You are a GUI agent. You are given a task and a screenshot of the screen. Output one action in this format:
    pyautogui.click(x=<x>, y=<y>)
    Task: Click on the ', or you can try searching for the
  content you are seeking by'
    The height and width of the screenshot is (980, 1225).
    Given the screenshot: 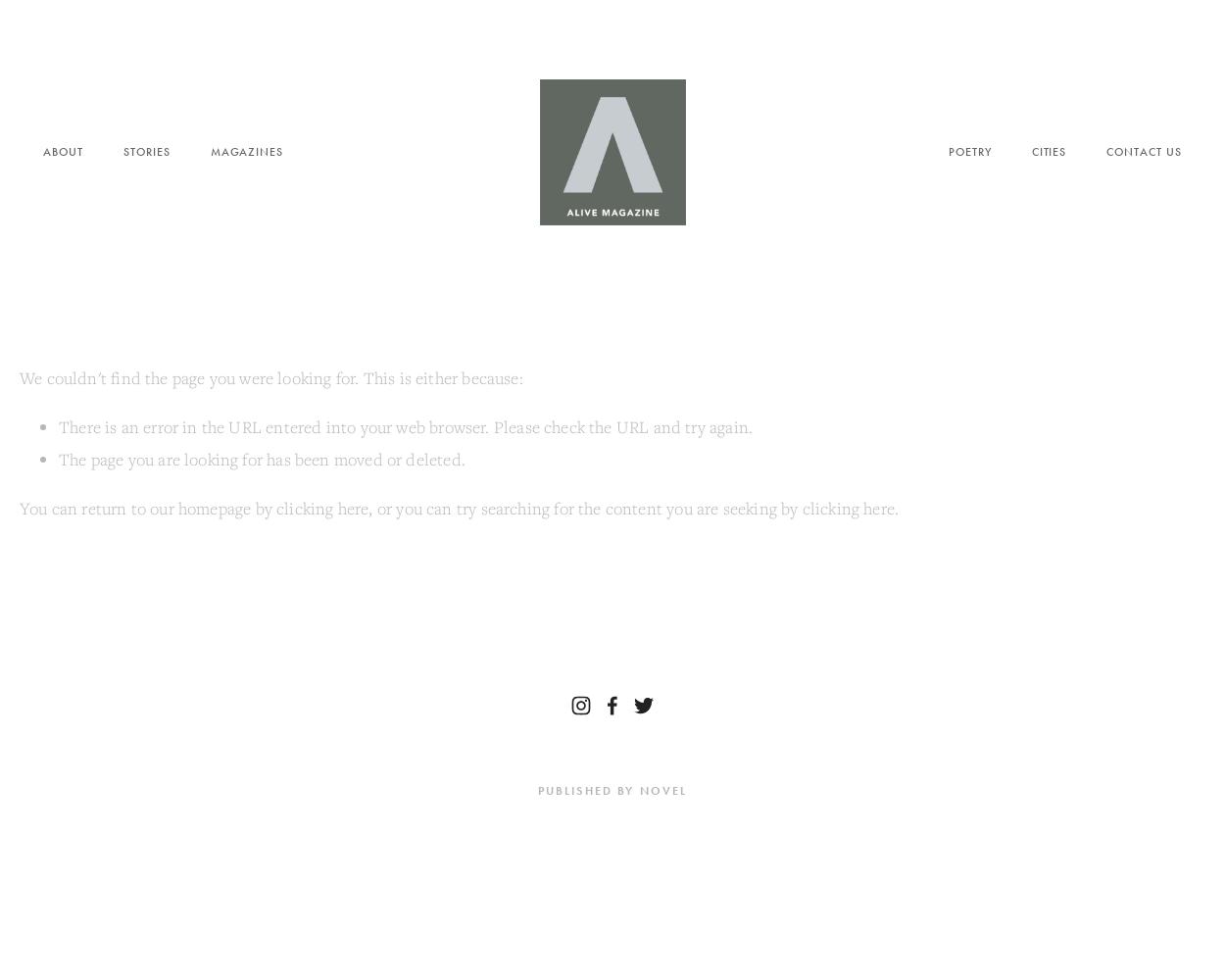 What is the action you would take?
    pyautogui.click(x=584, y=508)
    